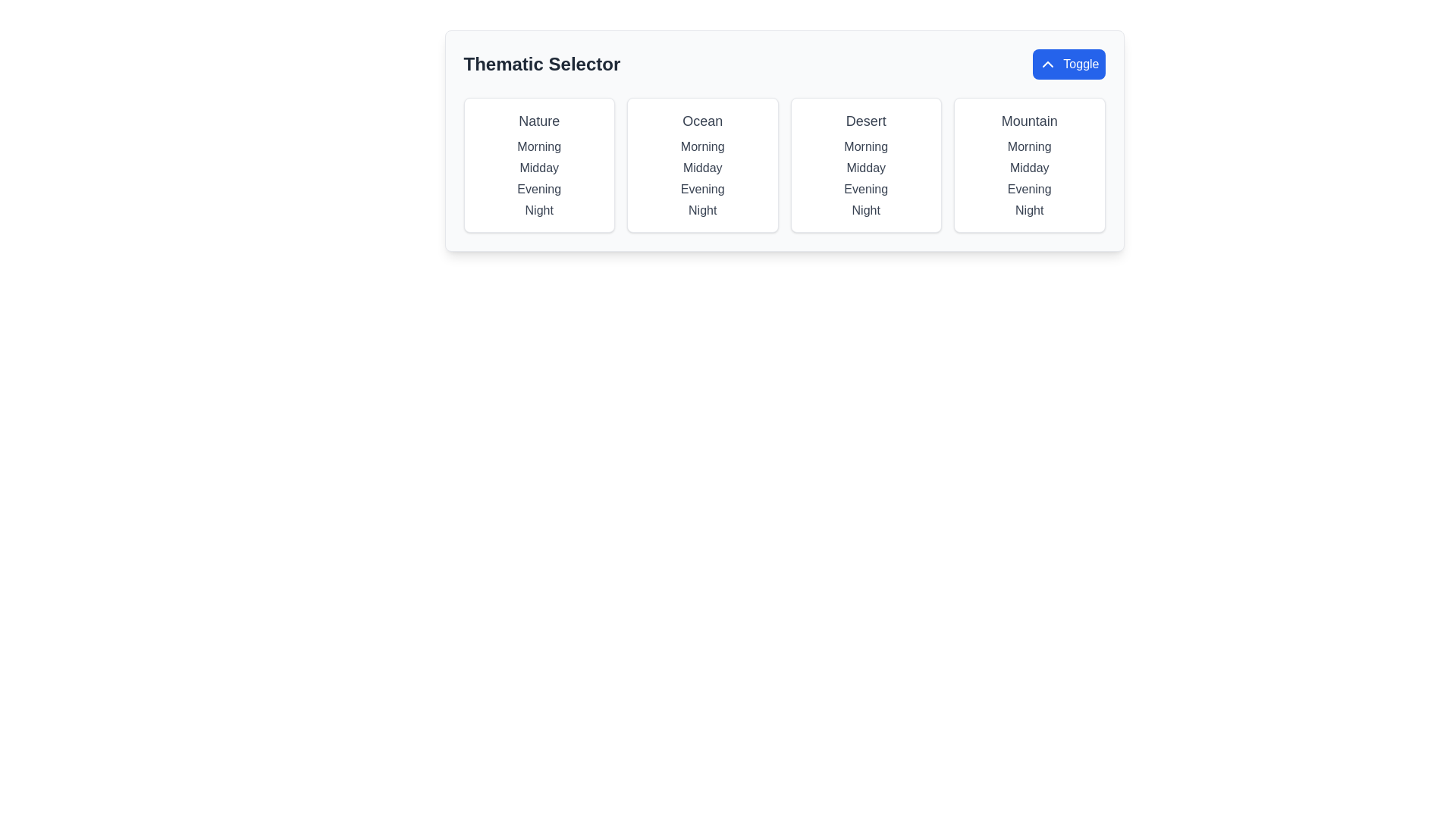  I want to click on the label representing the 'Night' time period in the 'Mountain' theme, which is the last item in its group, so click(1029, 210).